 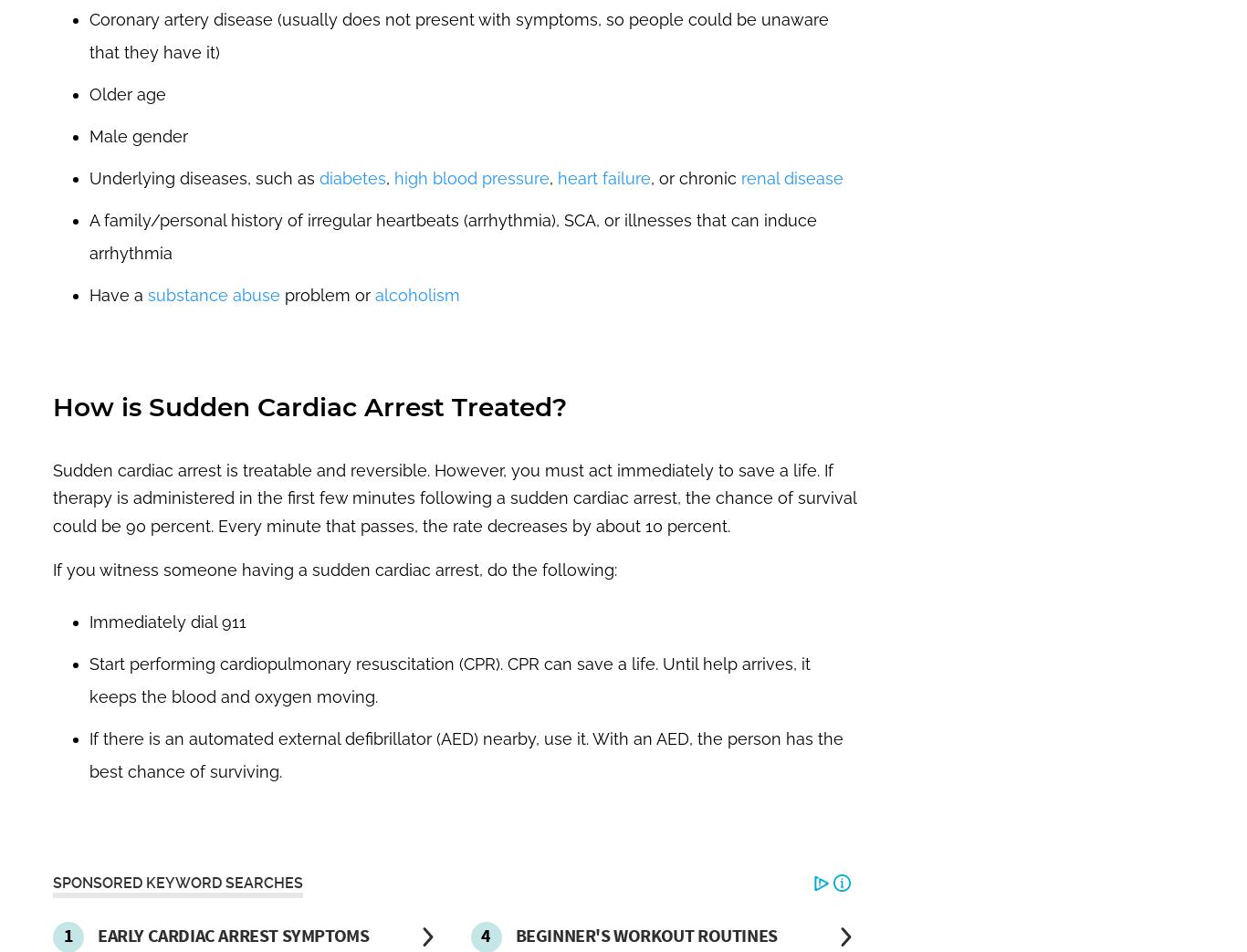 I want to click on 'If there is an automated external defibrillator (AED) nearby, use it. With an AED, the person has the best chance of surviving.', so click(x=89, y=754).